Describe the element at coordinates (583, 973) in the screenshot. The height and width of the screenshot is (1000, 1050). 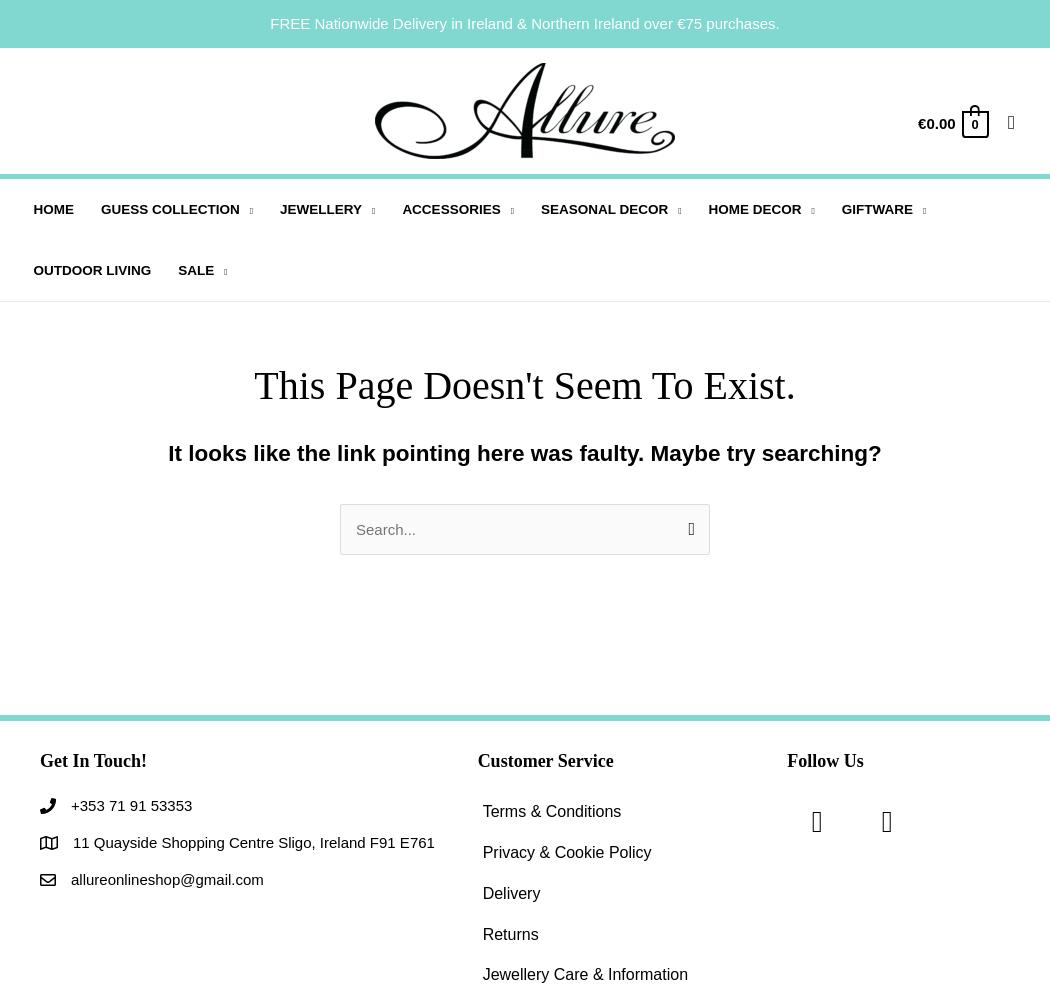
I see `'Jewellery Care & Information'` at that location.